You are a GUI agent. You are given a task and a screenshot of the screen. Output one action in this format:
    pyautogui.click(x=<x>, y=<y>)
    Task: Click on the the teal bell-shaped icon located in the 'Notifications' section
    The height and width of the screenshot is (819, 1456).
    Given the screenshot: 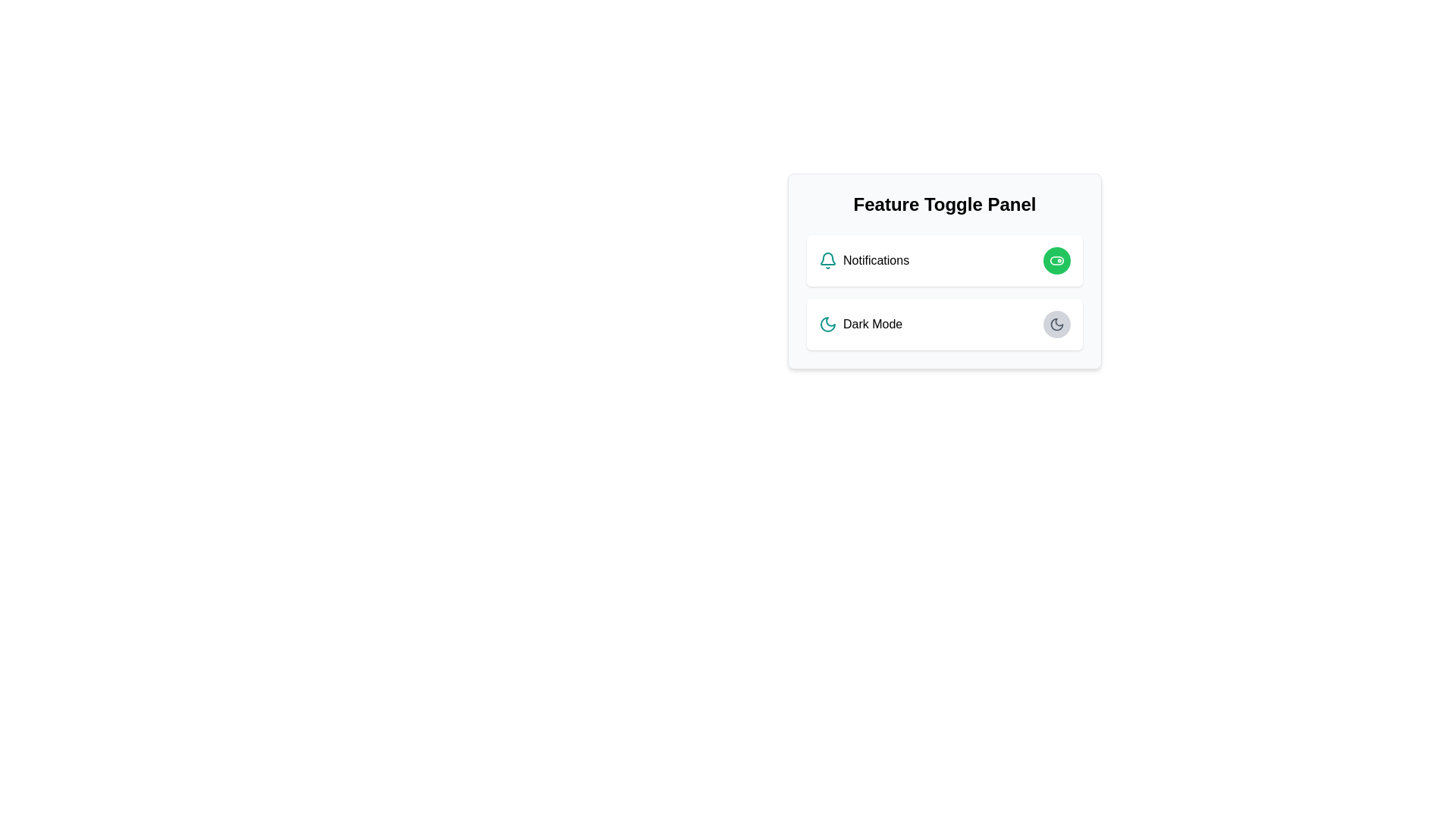 What is the action you would take?
    pyautogui.click(x=827, y=259)
    